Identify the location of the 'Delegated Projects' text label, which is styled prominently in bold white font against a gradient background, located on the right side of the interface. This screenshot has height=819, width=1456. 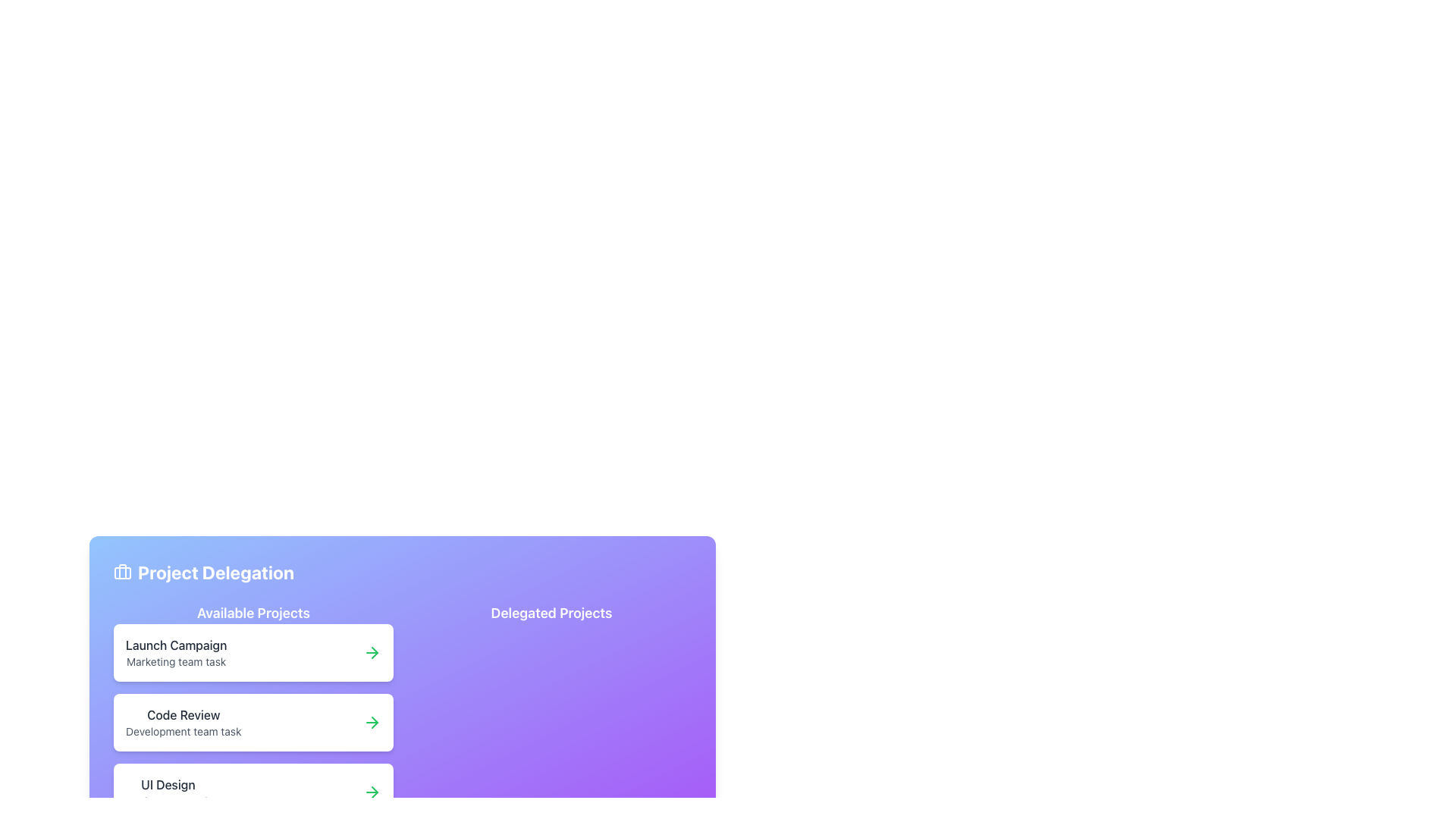
(551, 613).